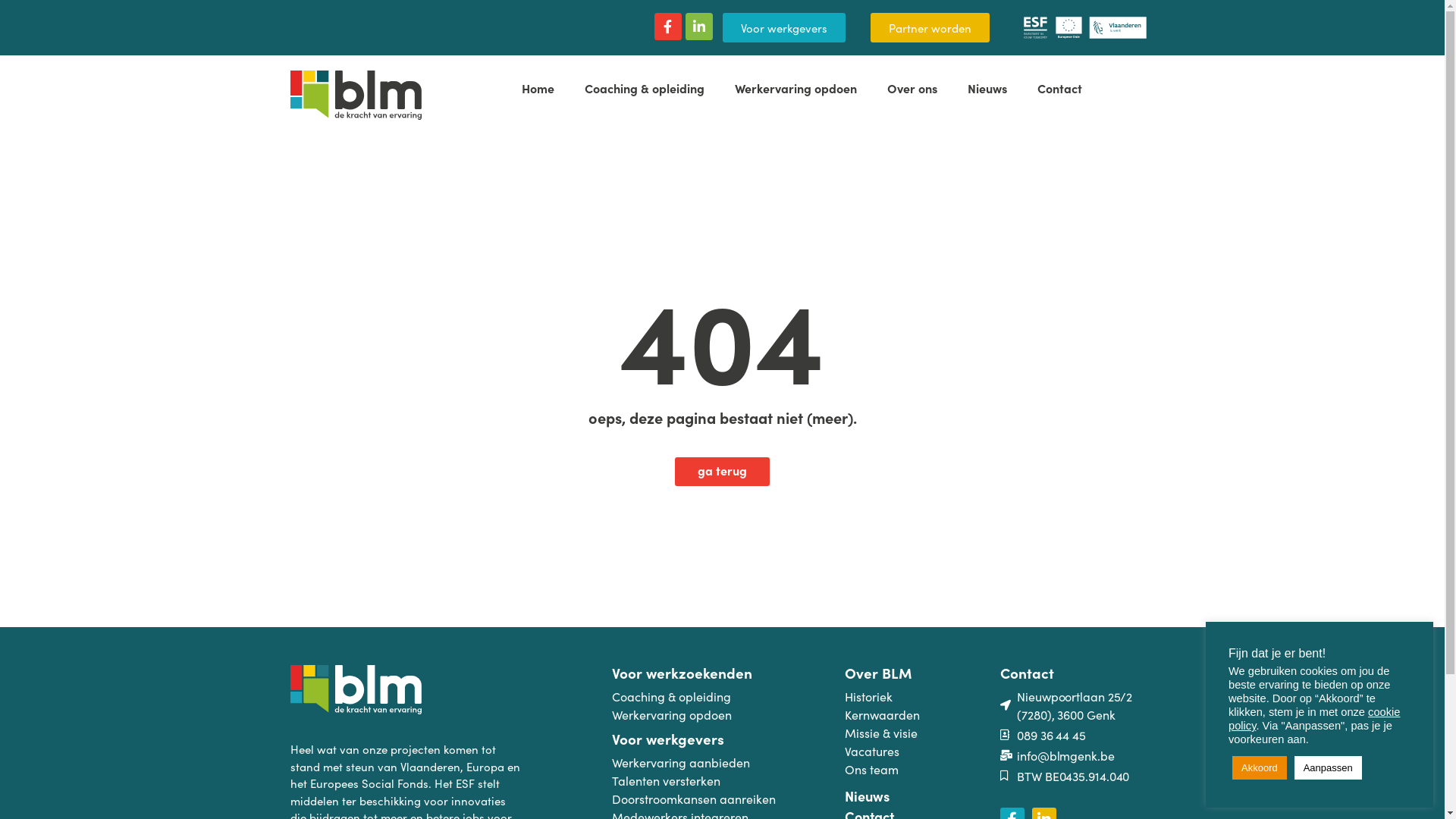 The width and height of the screenshot is (1456, 819). Describe the element at coordinates (1076, 733) in the screenshot. I see `'089 36 44 45'` at that location.